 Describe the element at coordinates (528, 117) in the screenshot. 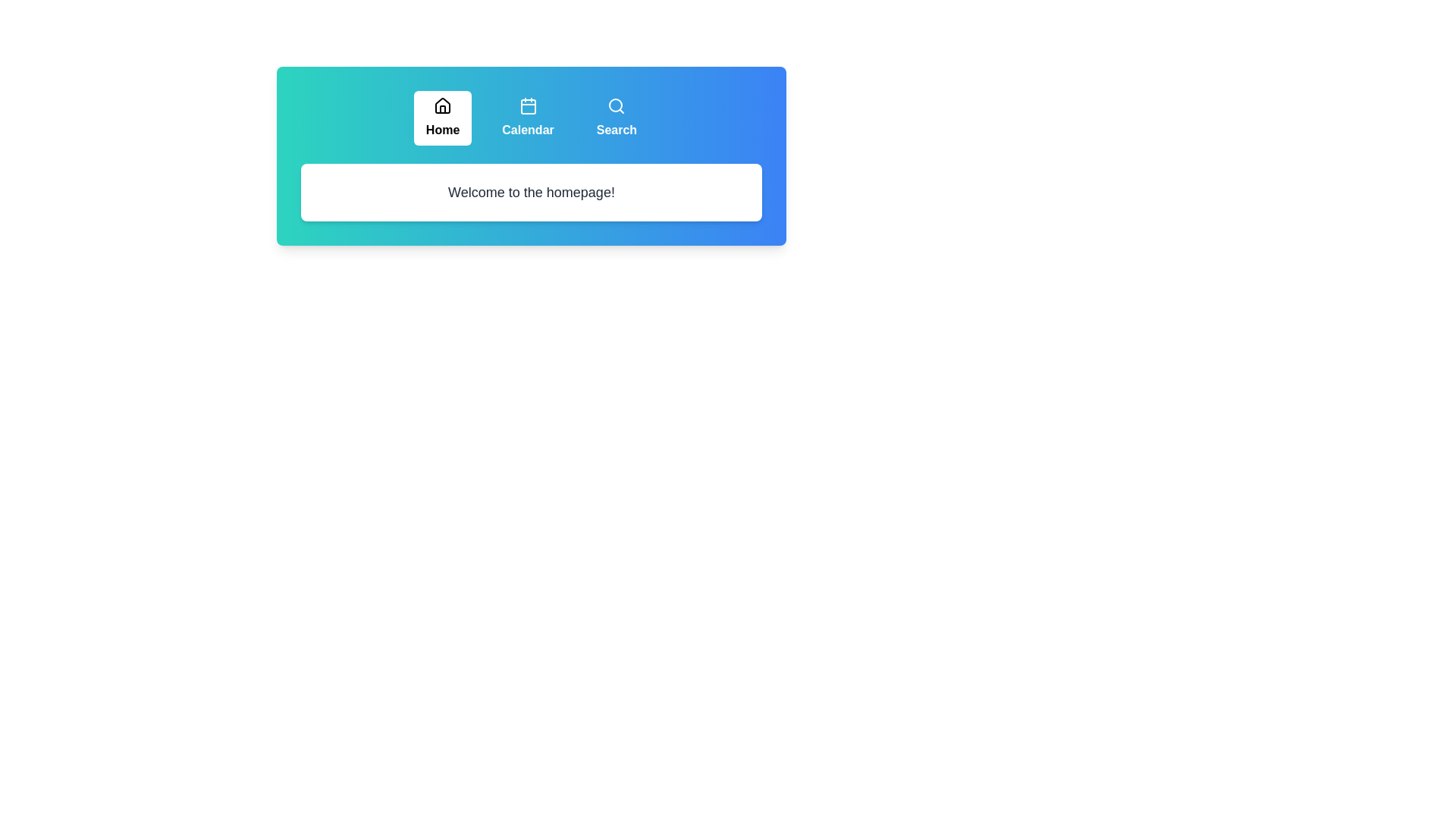

I see `the Calendar tab to display its content` at that location.